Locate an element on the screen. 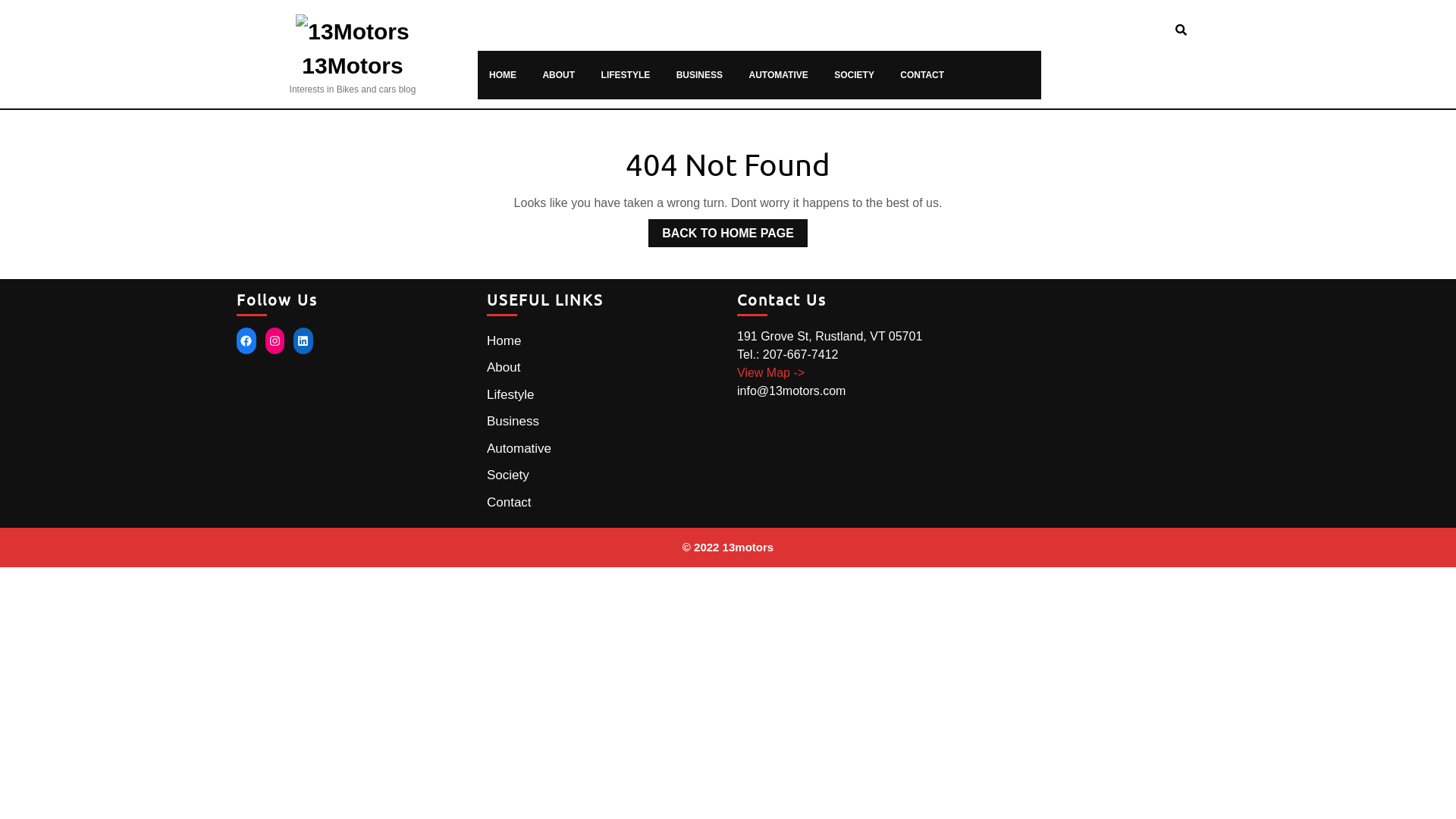 This screenshot has height=819, width=1456. '13Motors' is located at coordinates (351, 64).